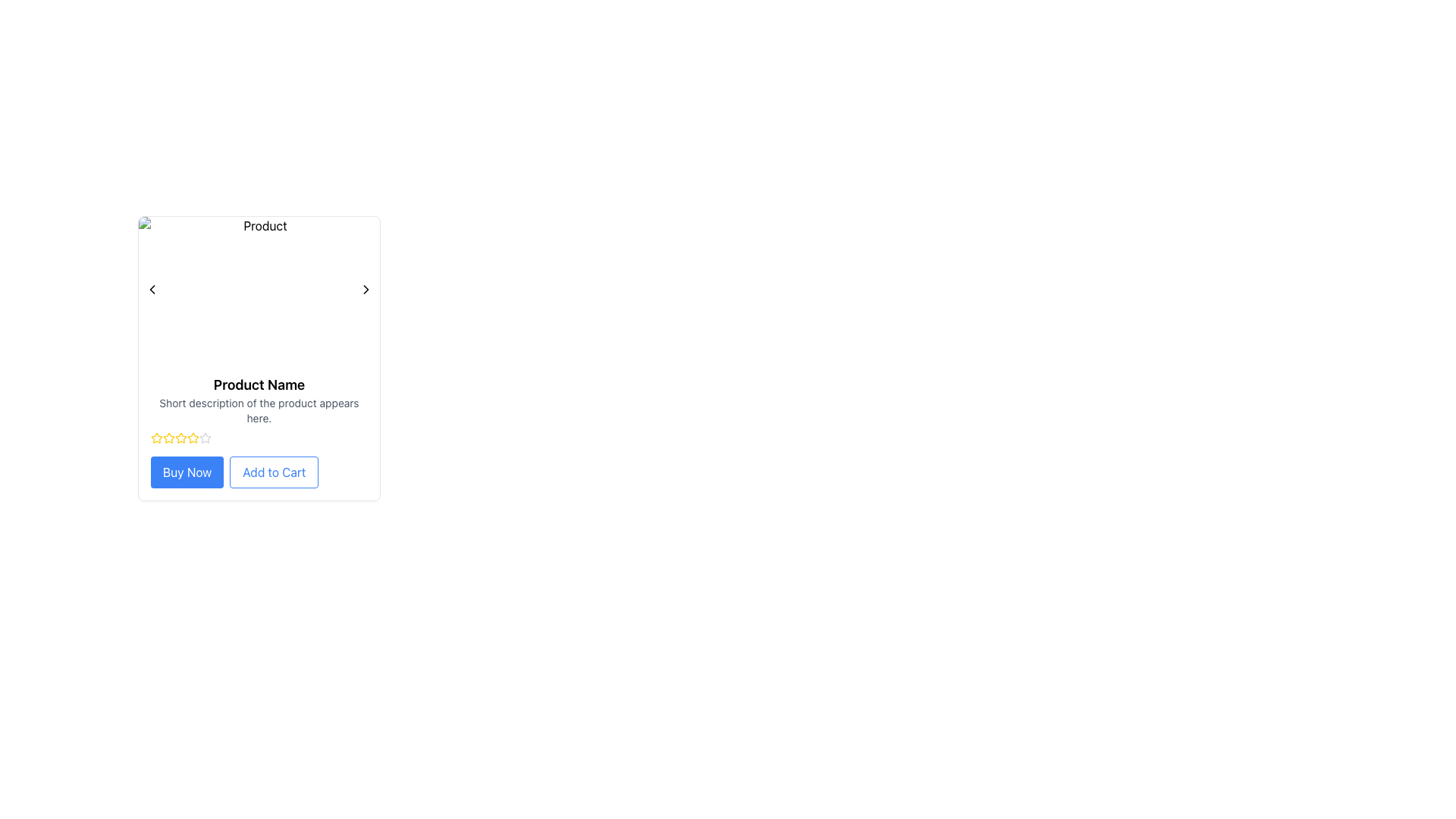  I want to click on the second star icon from the left, so click(156, 438).